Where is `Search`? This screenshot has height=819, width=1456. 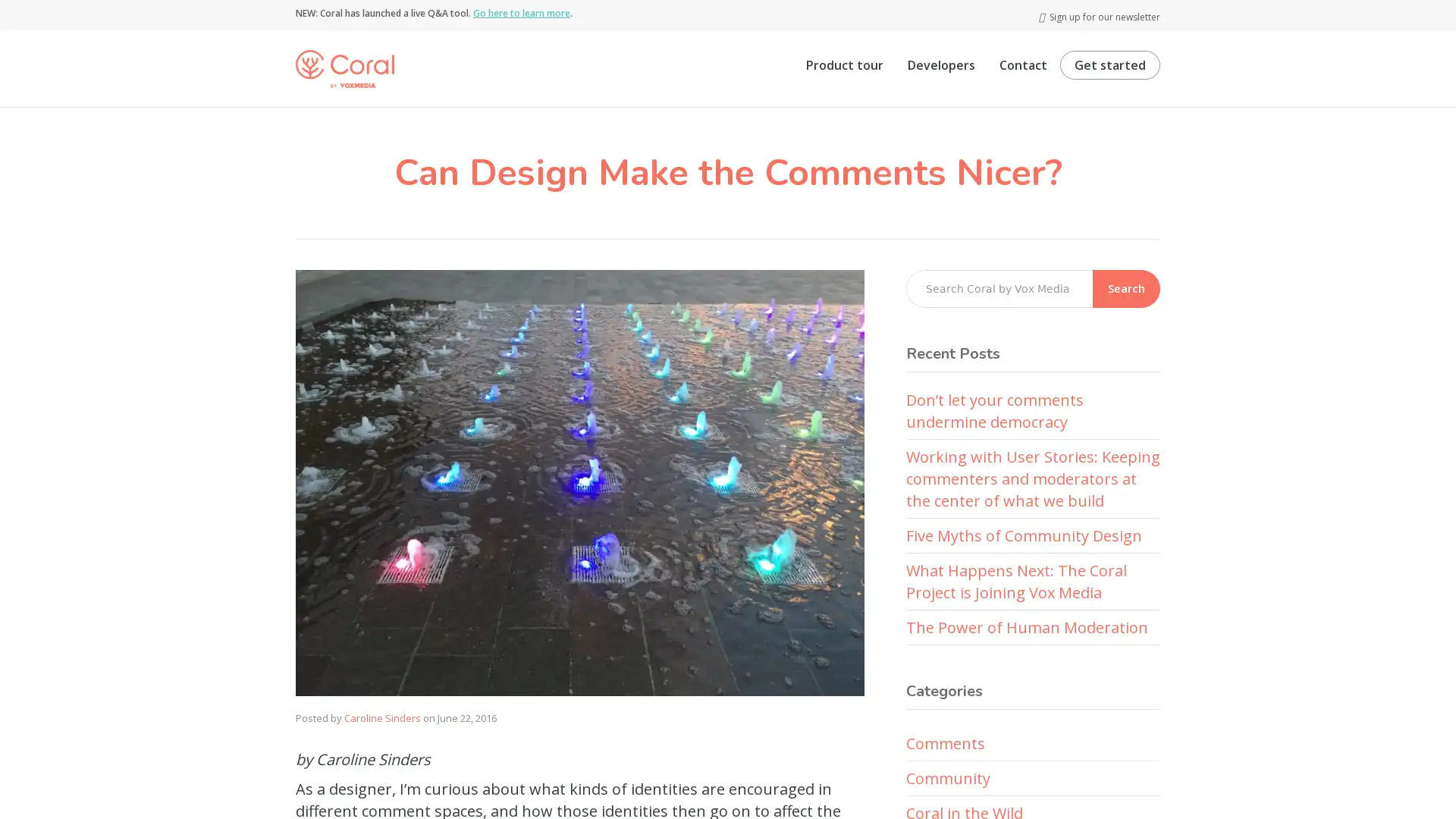
Search is located at coordinates (1126, 288).